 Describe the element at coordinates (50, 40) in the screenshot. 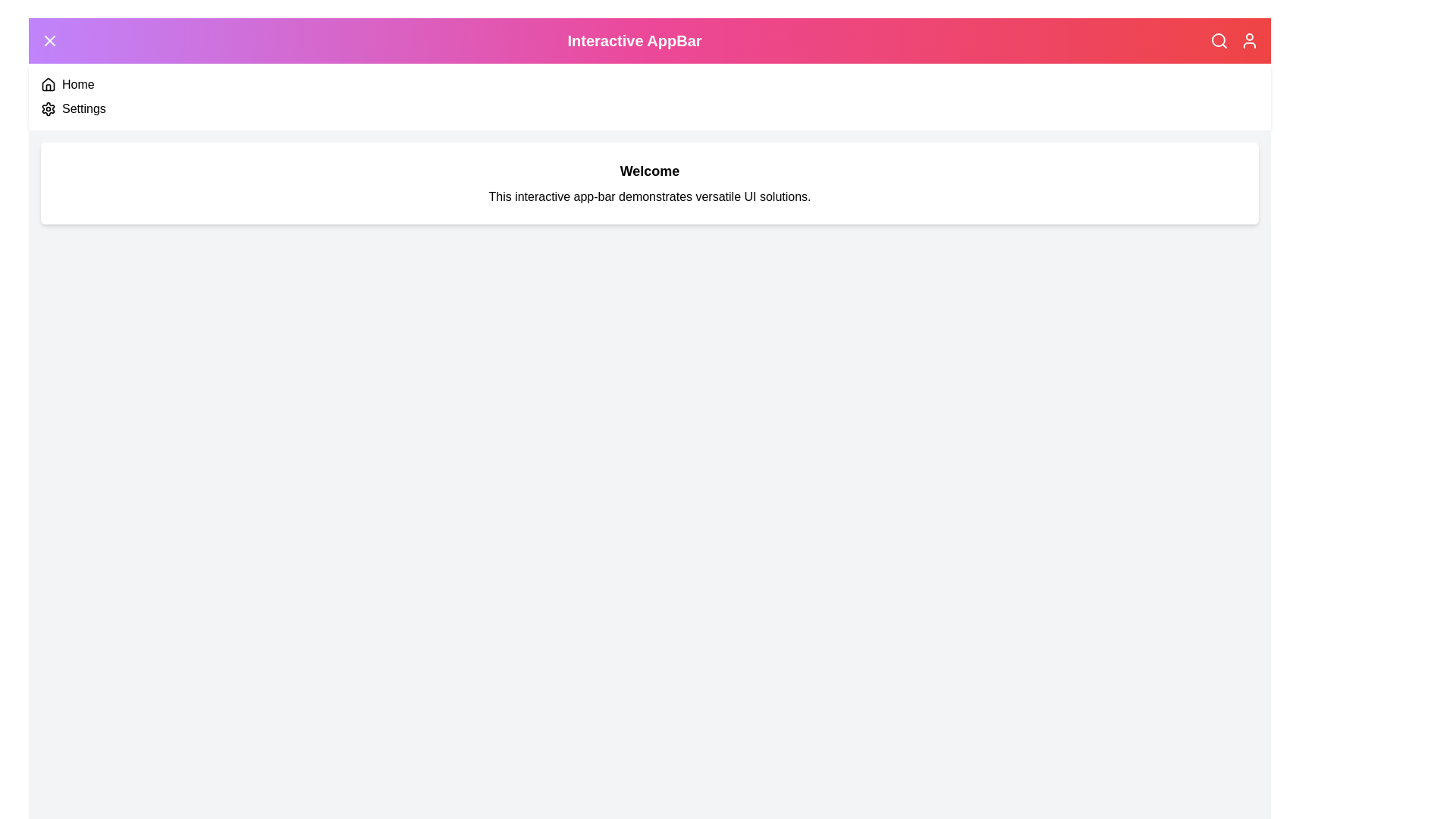

I see `the menu toggle button to toggle the menu open/close state` at that location.